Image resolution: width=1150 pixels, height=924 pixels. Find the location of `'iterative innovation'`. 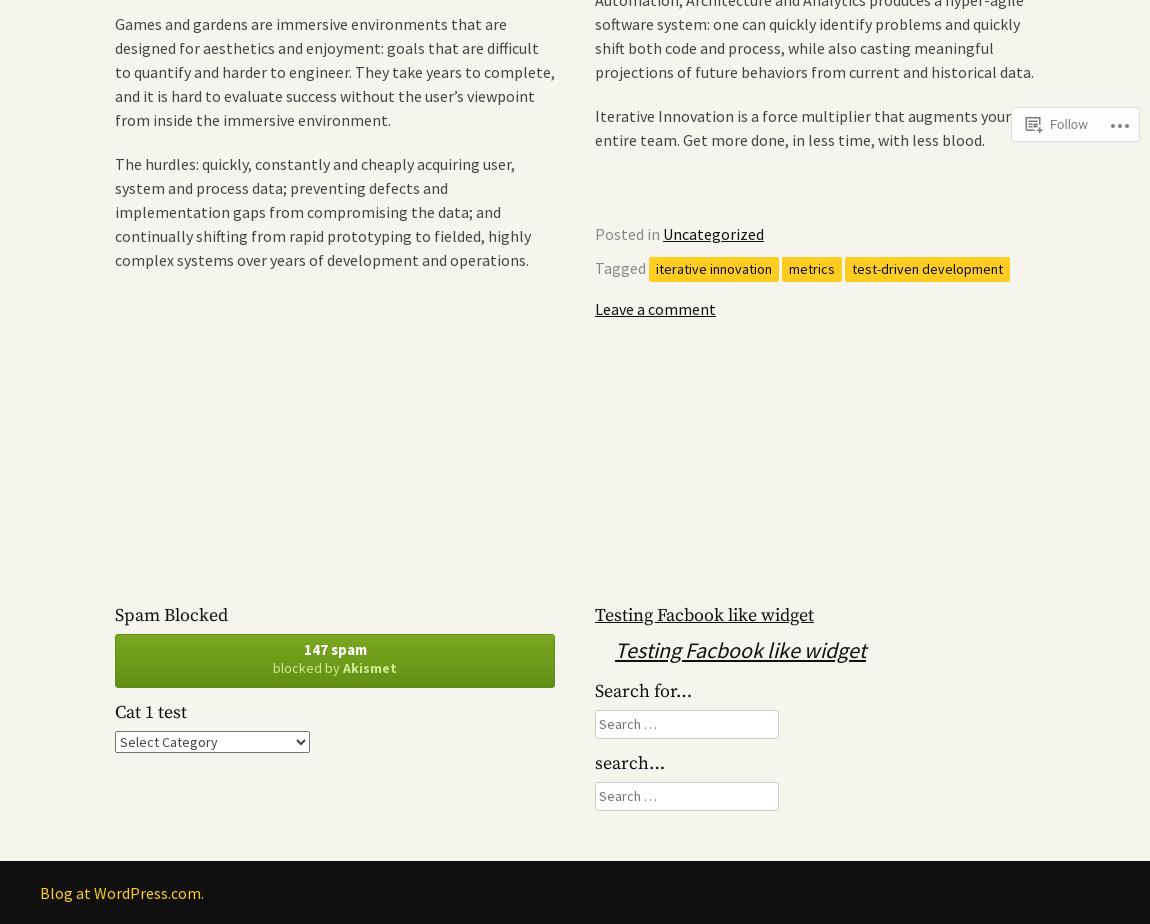

'iterative innovation' is located at coordinates (654, 267).